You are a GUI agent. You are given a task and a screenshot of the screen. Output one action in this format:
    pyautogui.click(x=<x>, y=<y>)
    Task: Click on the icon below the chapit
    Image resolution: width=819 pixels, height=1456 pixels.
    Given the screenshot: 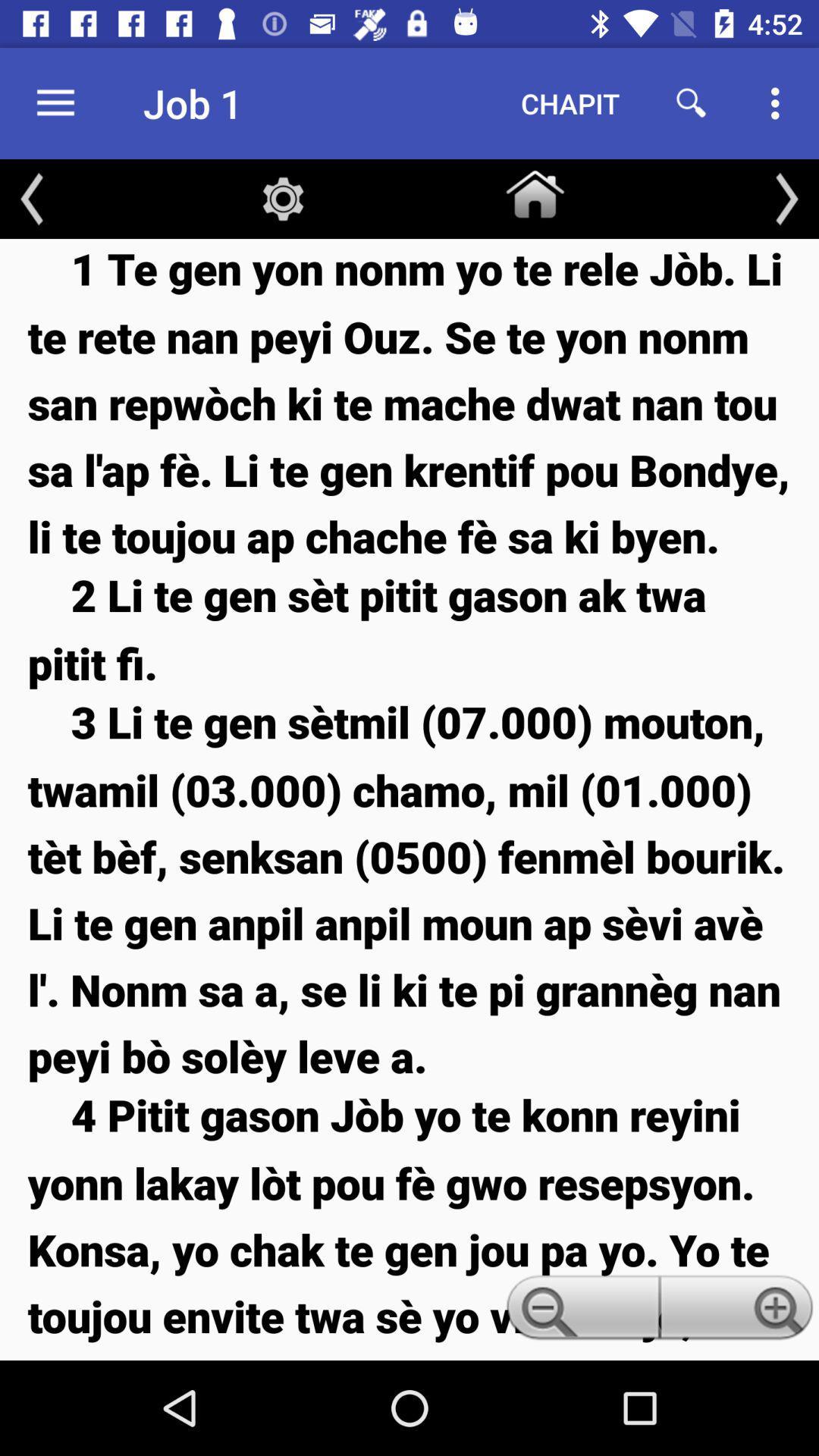 What is the action you would take?
    pyautogui.click(x=534, y=190)
    